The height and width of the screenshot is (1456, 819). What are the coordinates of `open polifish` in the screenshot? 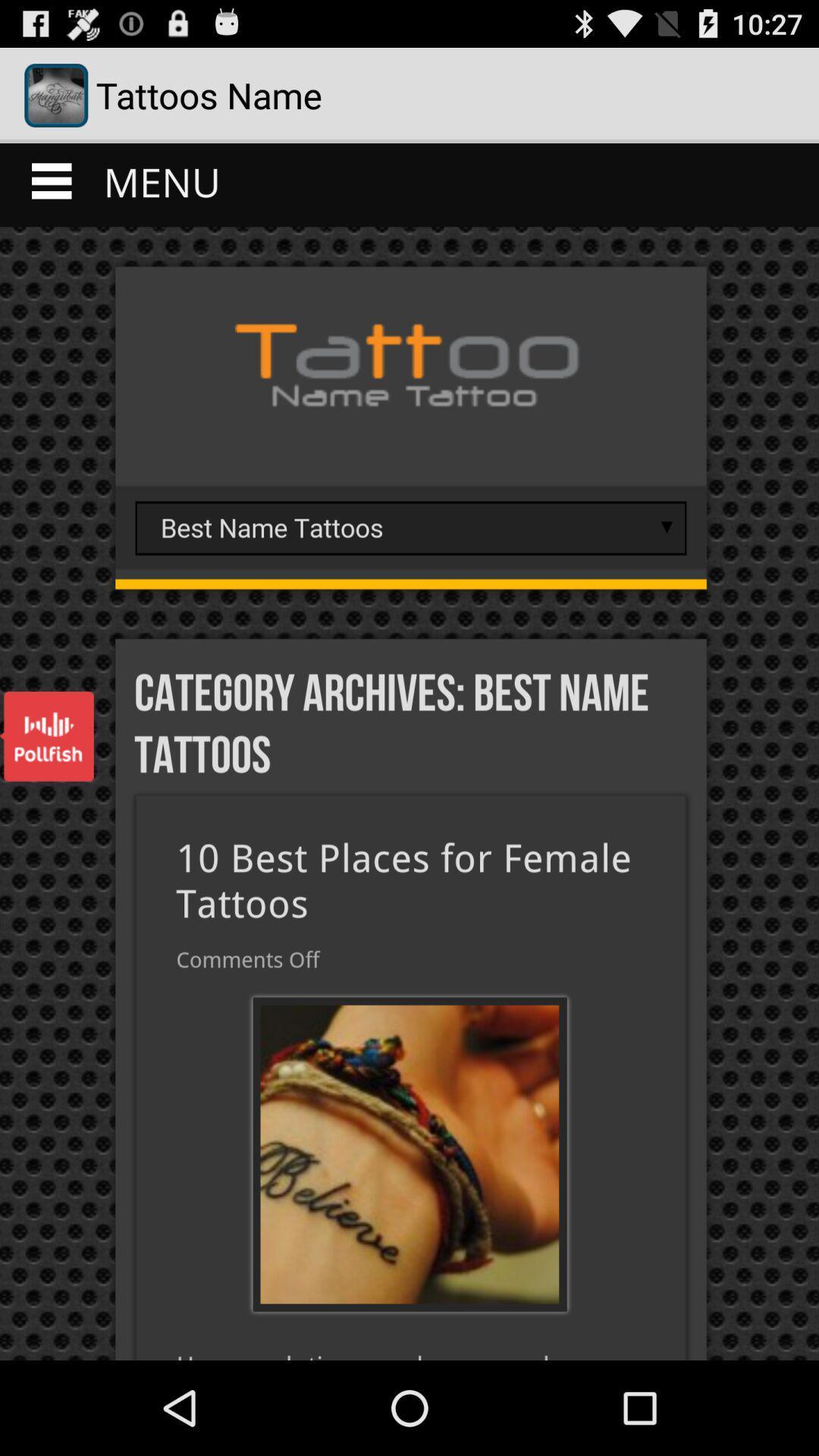 It's located at (45, 736).